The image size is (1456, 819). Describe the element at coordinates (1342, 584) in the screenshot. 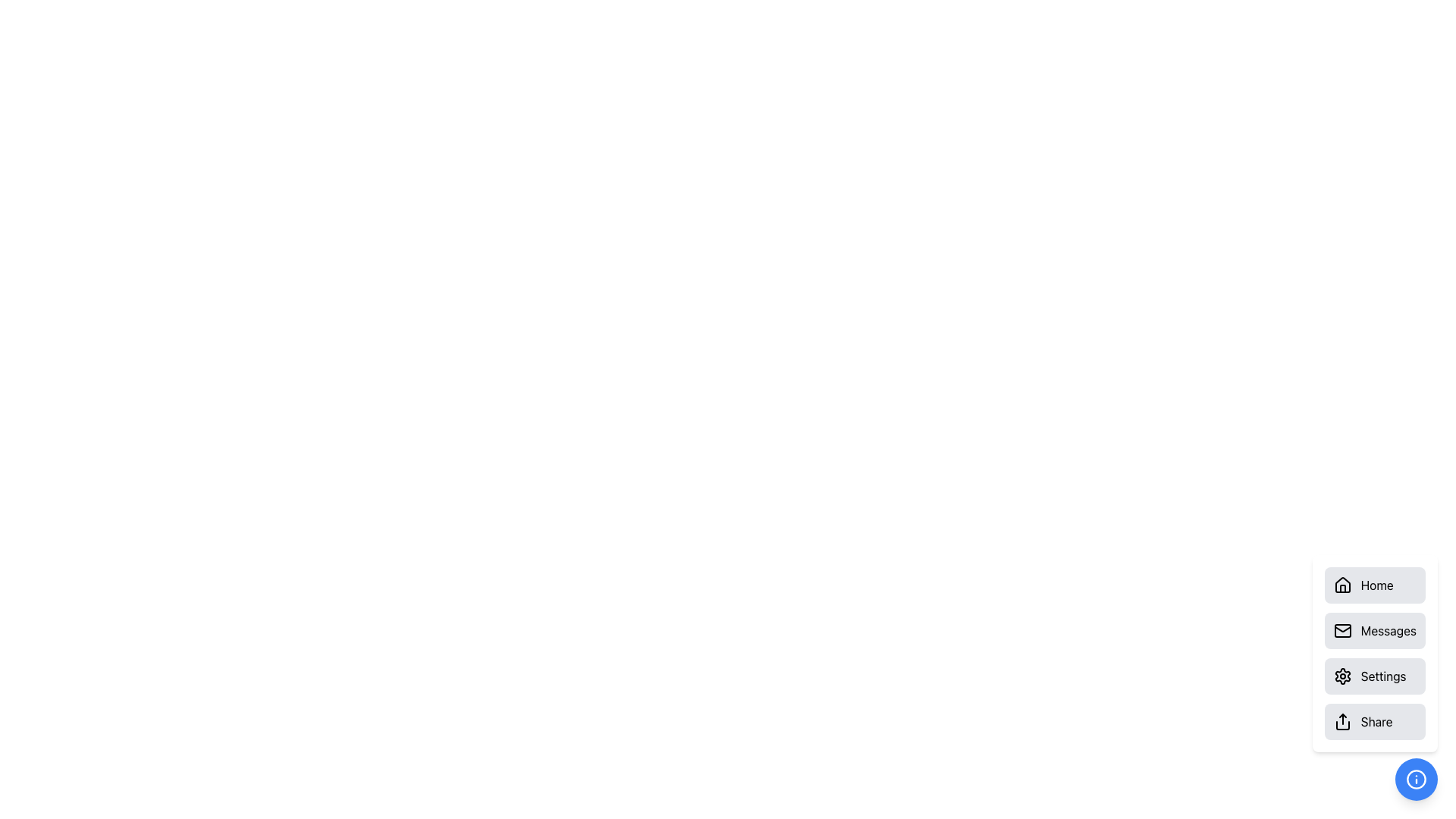

I see `the 'Home' icon, which is the roof outline of a house, located at the top part of the side menu next to the 'Home' label` at that location.